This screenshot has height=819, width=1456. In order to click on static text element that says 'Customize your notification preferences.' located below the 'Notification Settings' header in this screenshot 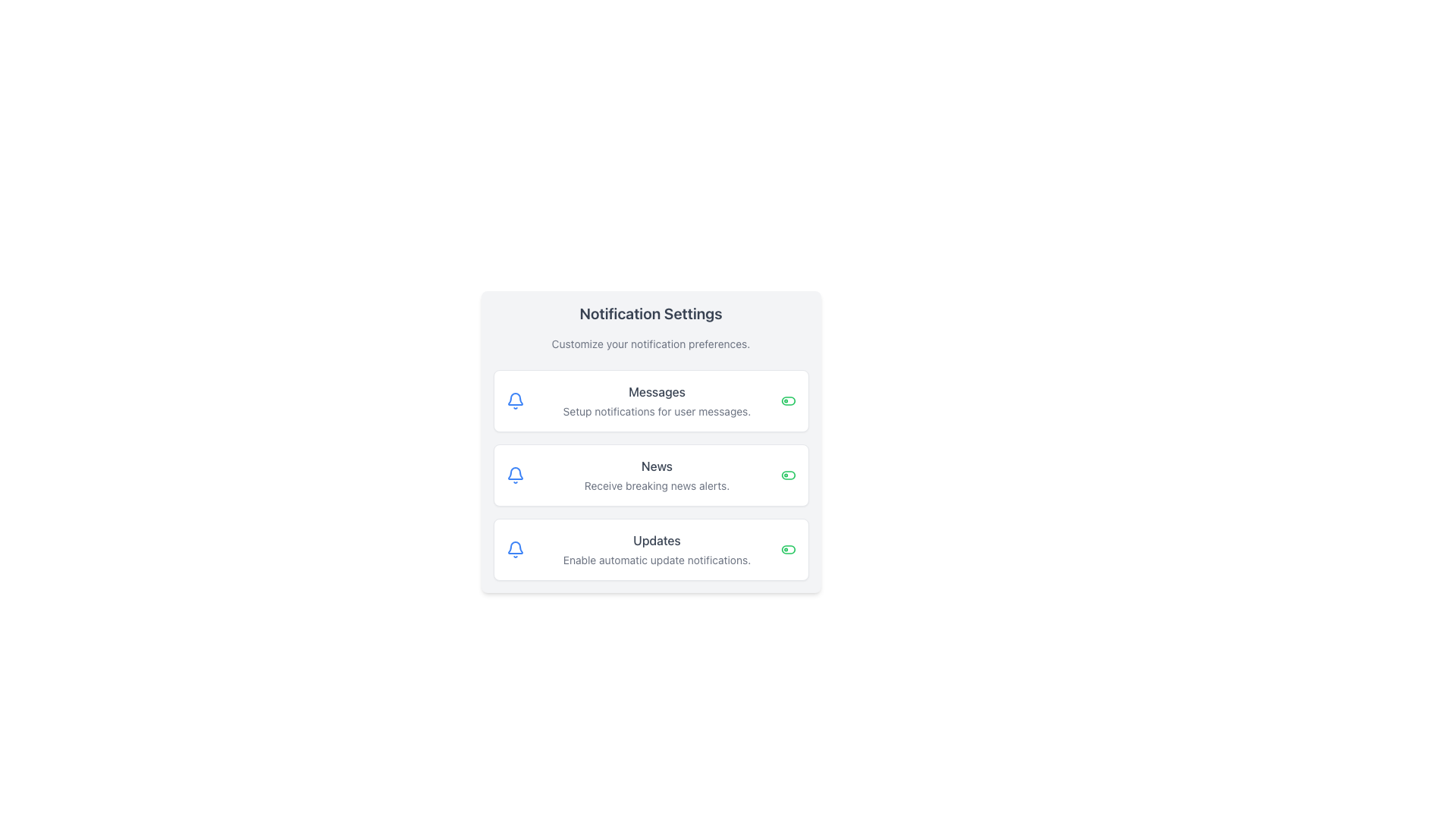, I will do `click(651, 344)`.